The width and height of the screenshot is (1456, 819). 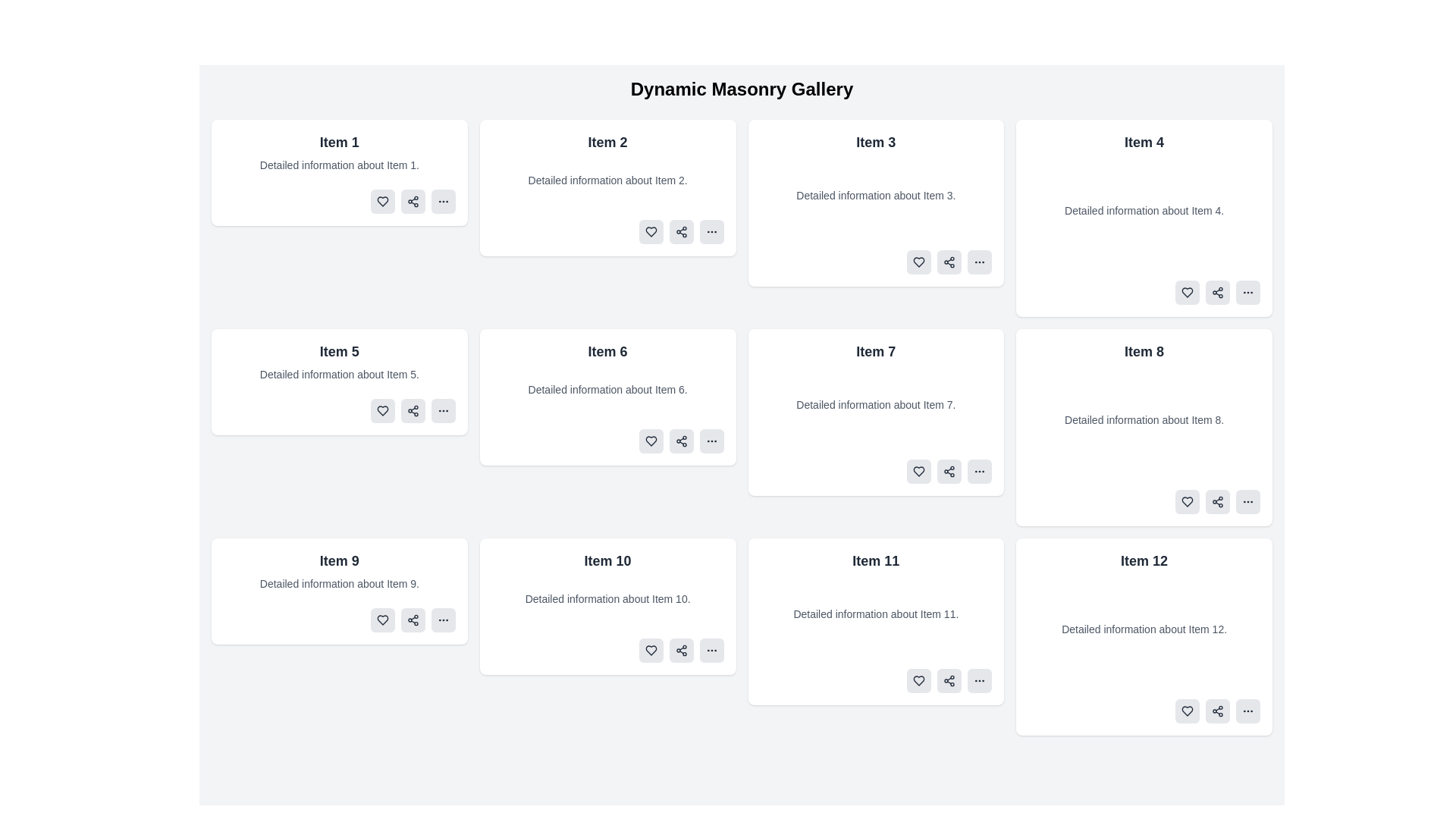 What do you see at coordinates (607, 561) in the screenshot?
I see `the text label reading 'Item 10', which is styled in bold and large dark gray font and located at the top of a card component in the third row and second column of a grid` at bounding box center [607, 561].